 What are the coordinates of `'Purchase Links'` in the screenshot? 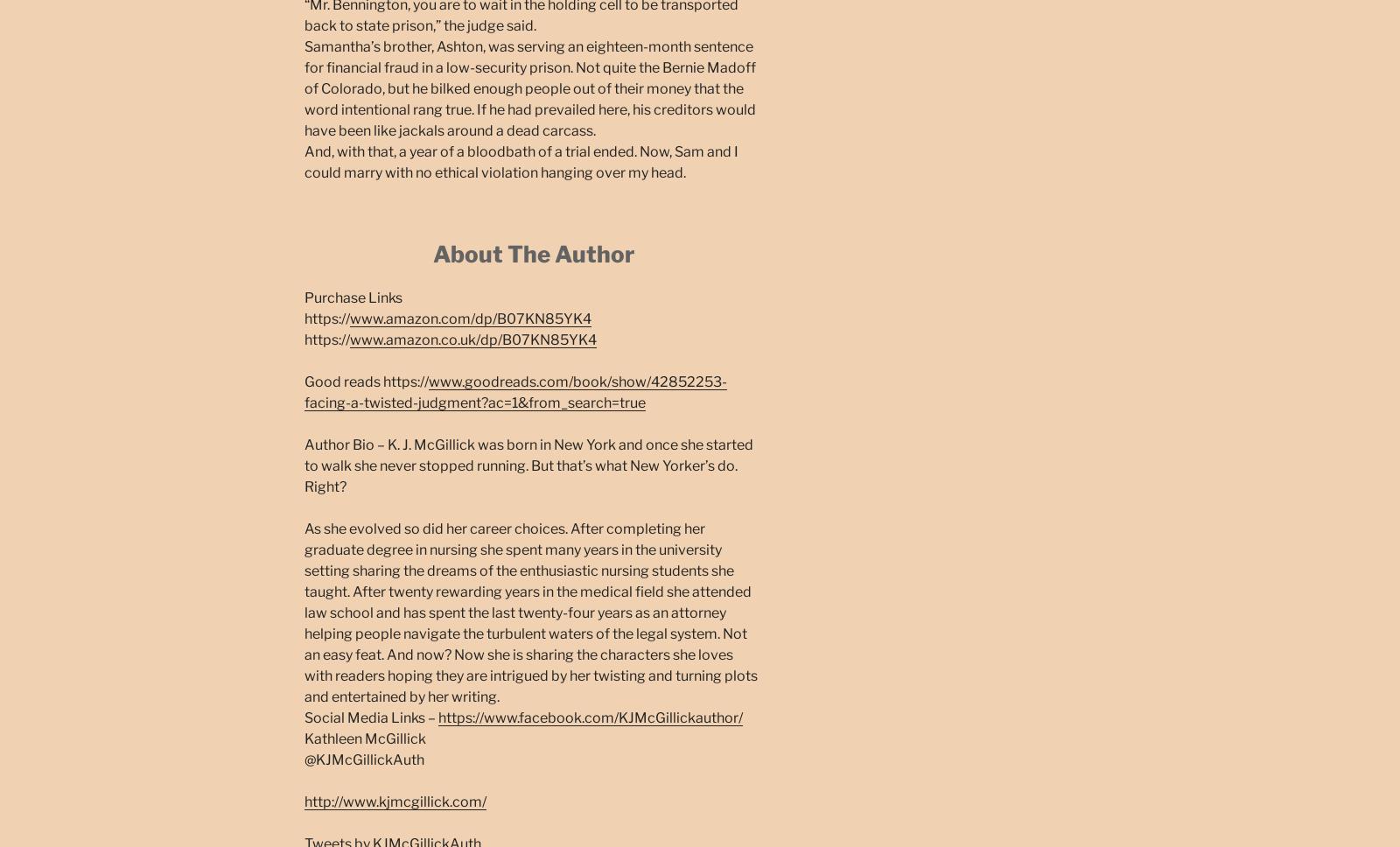 It's located at (353, 297).